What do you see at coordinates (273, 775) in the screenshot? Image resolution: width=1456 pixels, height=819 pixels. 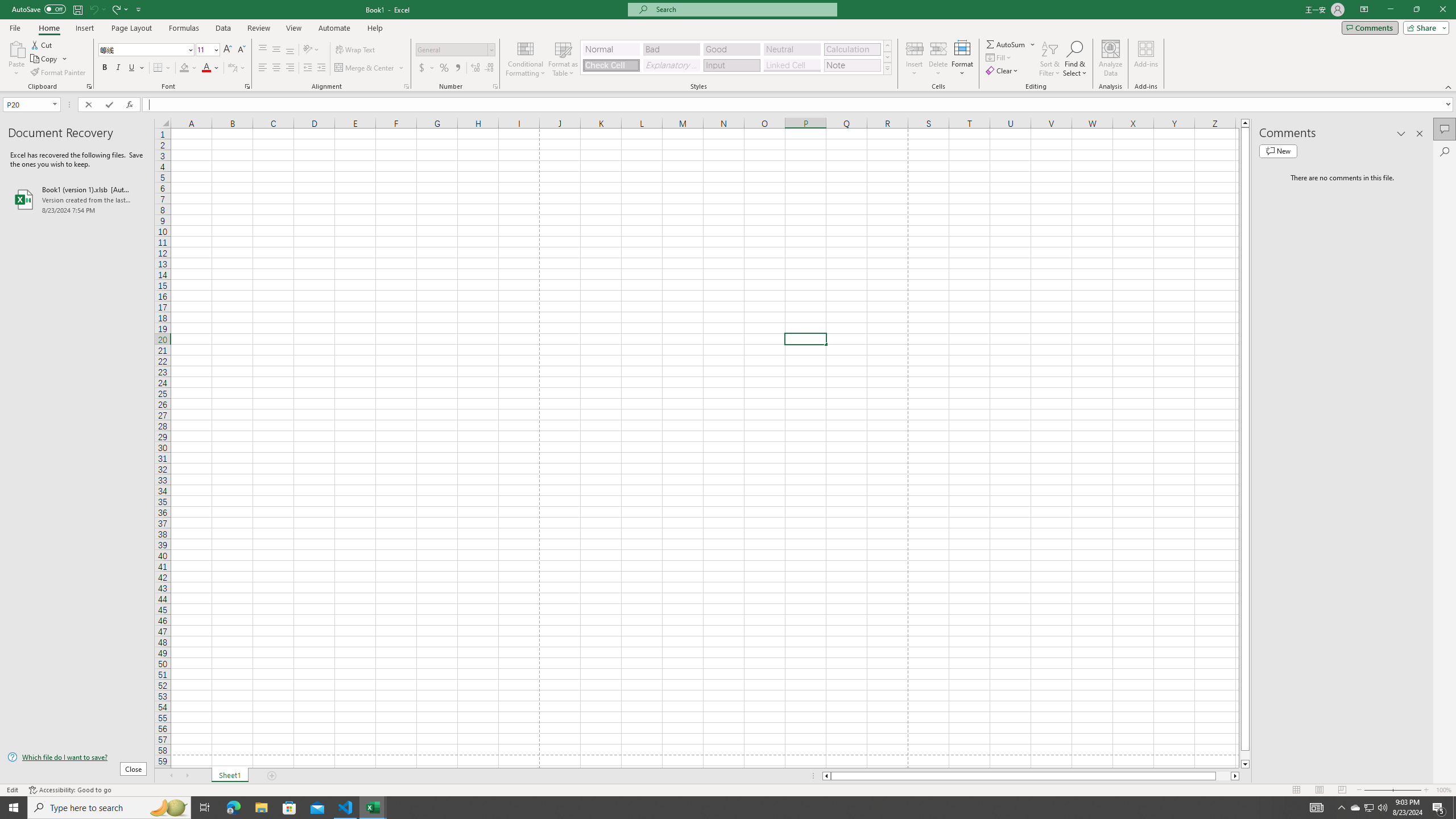 I see `'Add Sheet'` at bounding box center [273, 775].